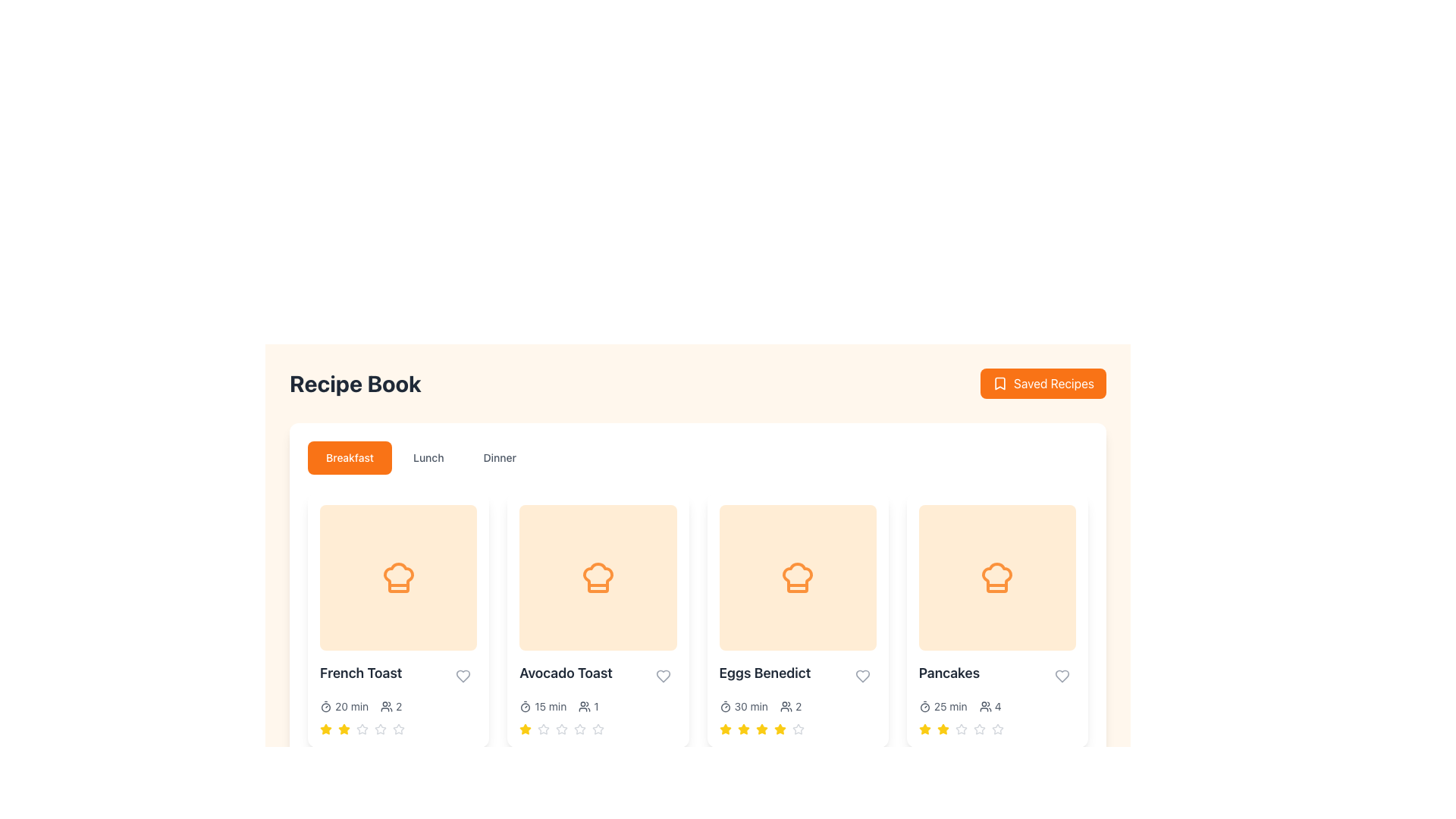  Describe the element at coordinates (743, 728) in the screenshot. I see `the third yellow star icon in the rating section of the 'Eggs Benedict' item card, which indicates an active rating state` at that location.